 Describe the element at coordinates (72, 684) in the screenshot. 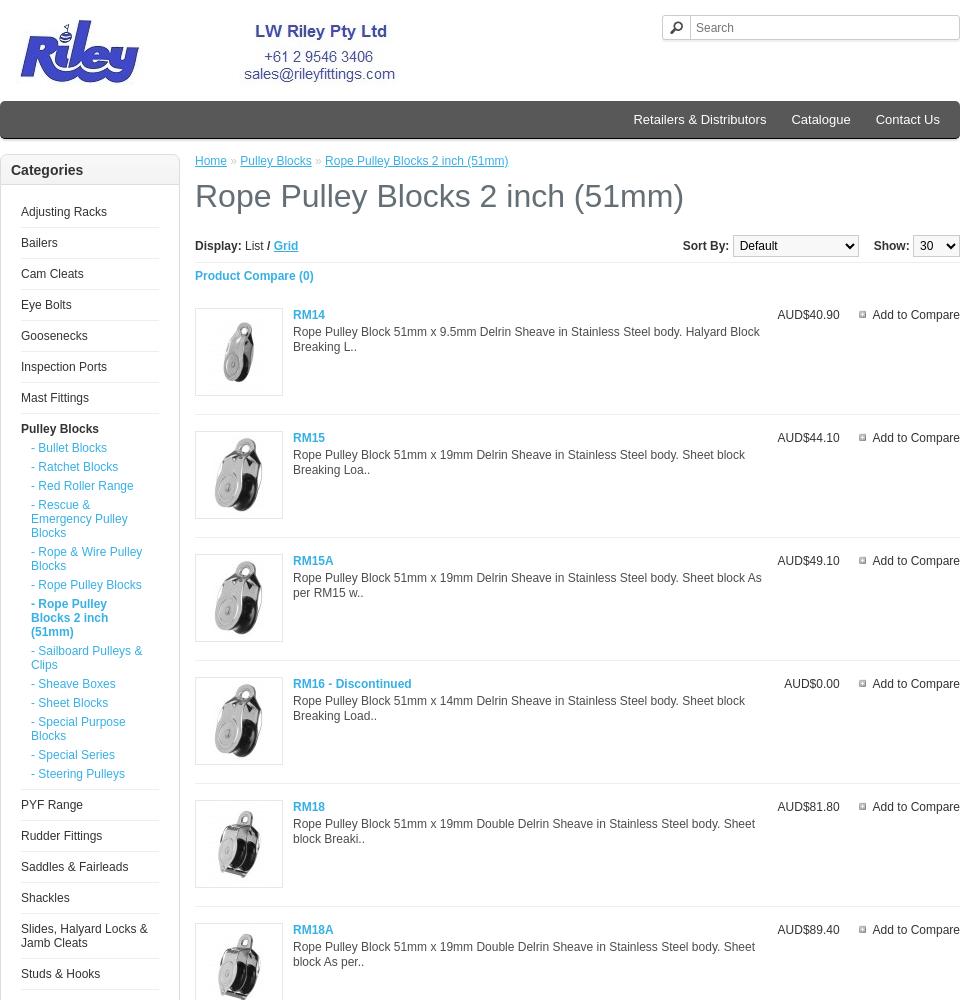

I see `'- Sheave Boxes'` at that location.